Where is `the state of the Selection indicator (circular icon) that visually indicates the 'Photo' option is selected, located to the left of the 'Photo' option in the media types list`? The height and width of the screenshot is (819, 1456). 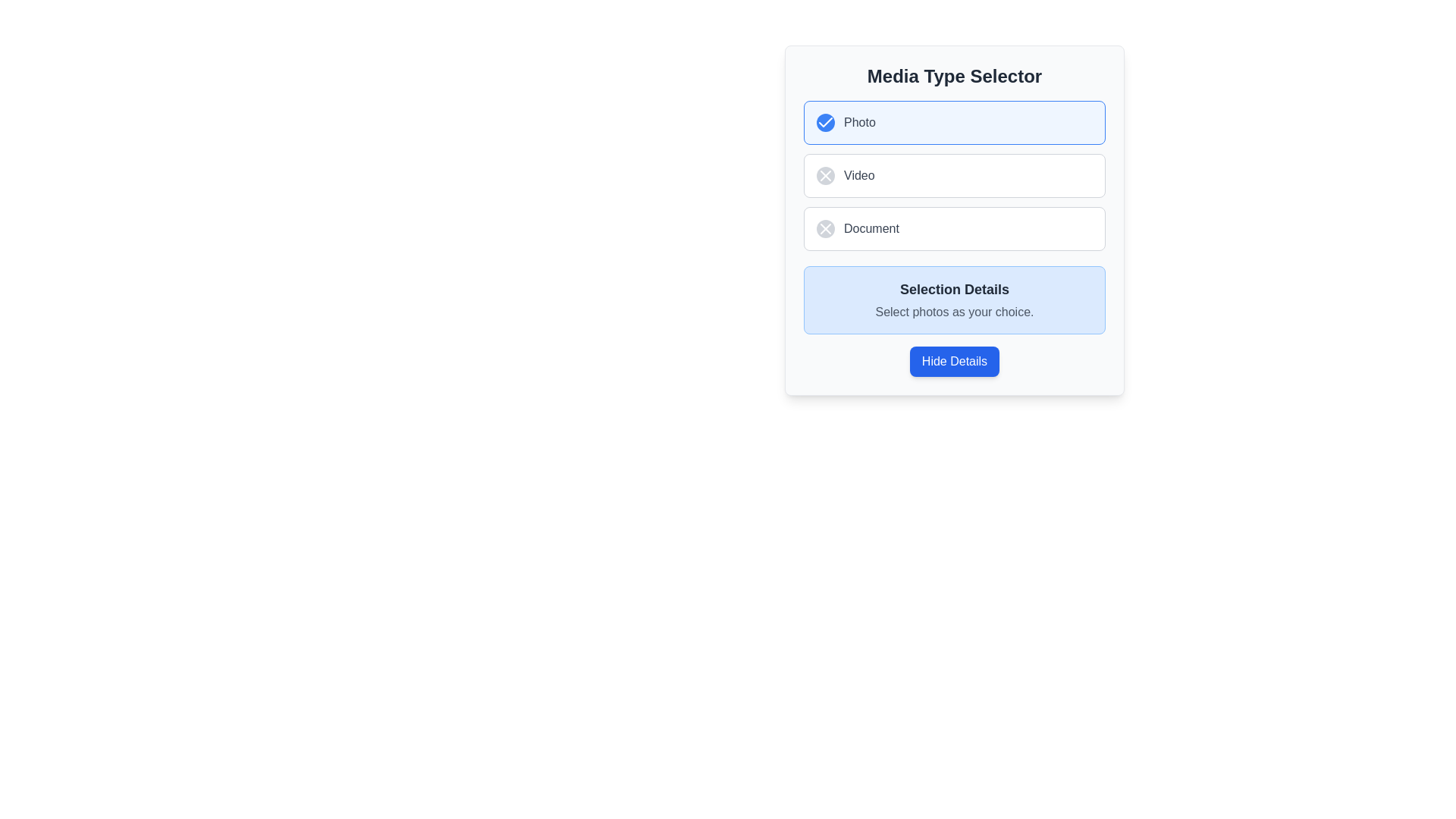 the state of the Selection indicator (circular icon) that visually indicates the 'Photo' option is selected, located to the left of the 'Photo' option in the media types list is located at coordinates (825, 122).